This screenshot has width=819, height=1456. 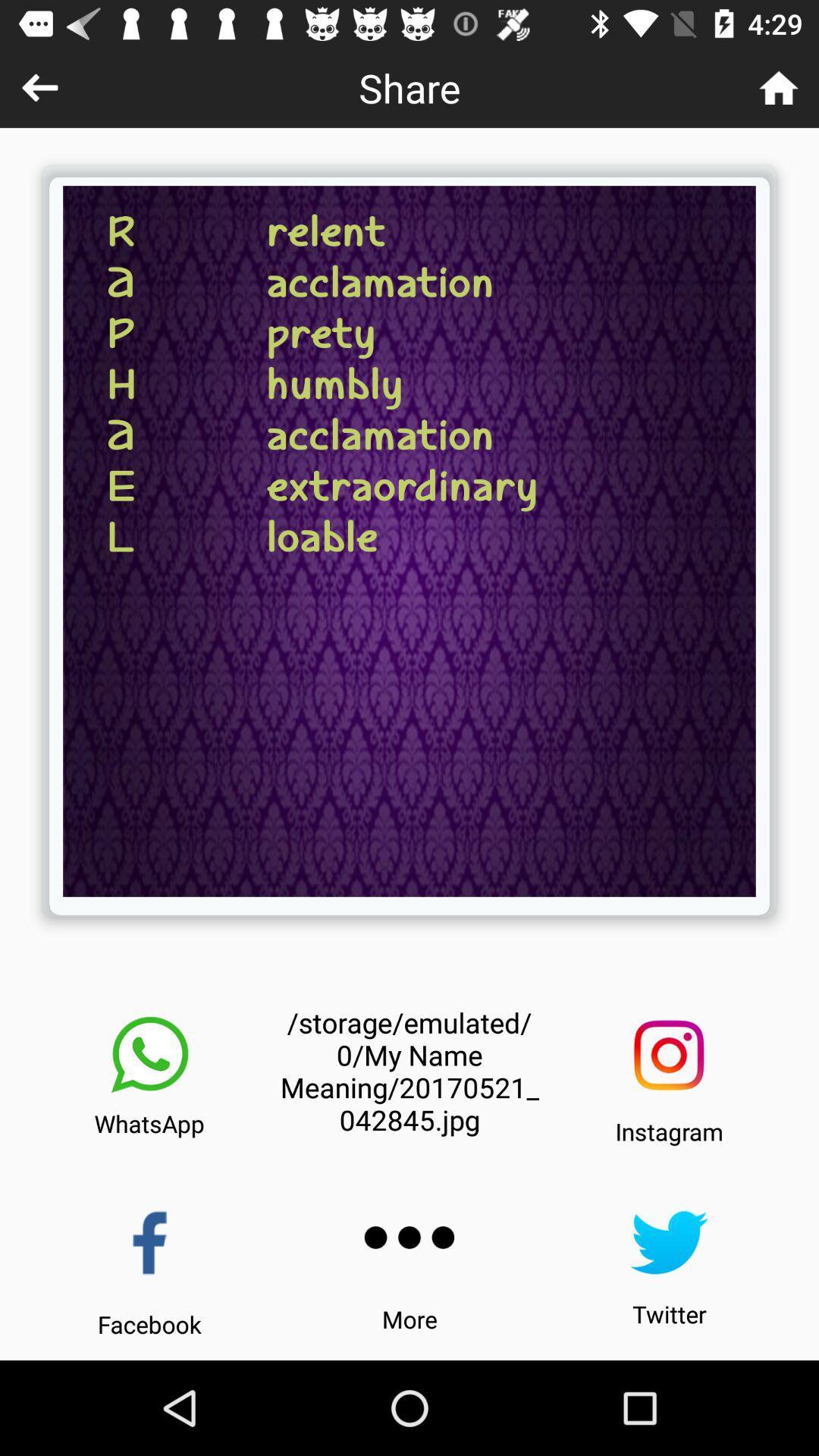 I want to click on the item above the more item, so click(x=409, y=1238).